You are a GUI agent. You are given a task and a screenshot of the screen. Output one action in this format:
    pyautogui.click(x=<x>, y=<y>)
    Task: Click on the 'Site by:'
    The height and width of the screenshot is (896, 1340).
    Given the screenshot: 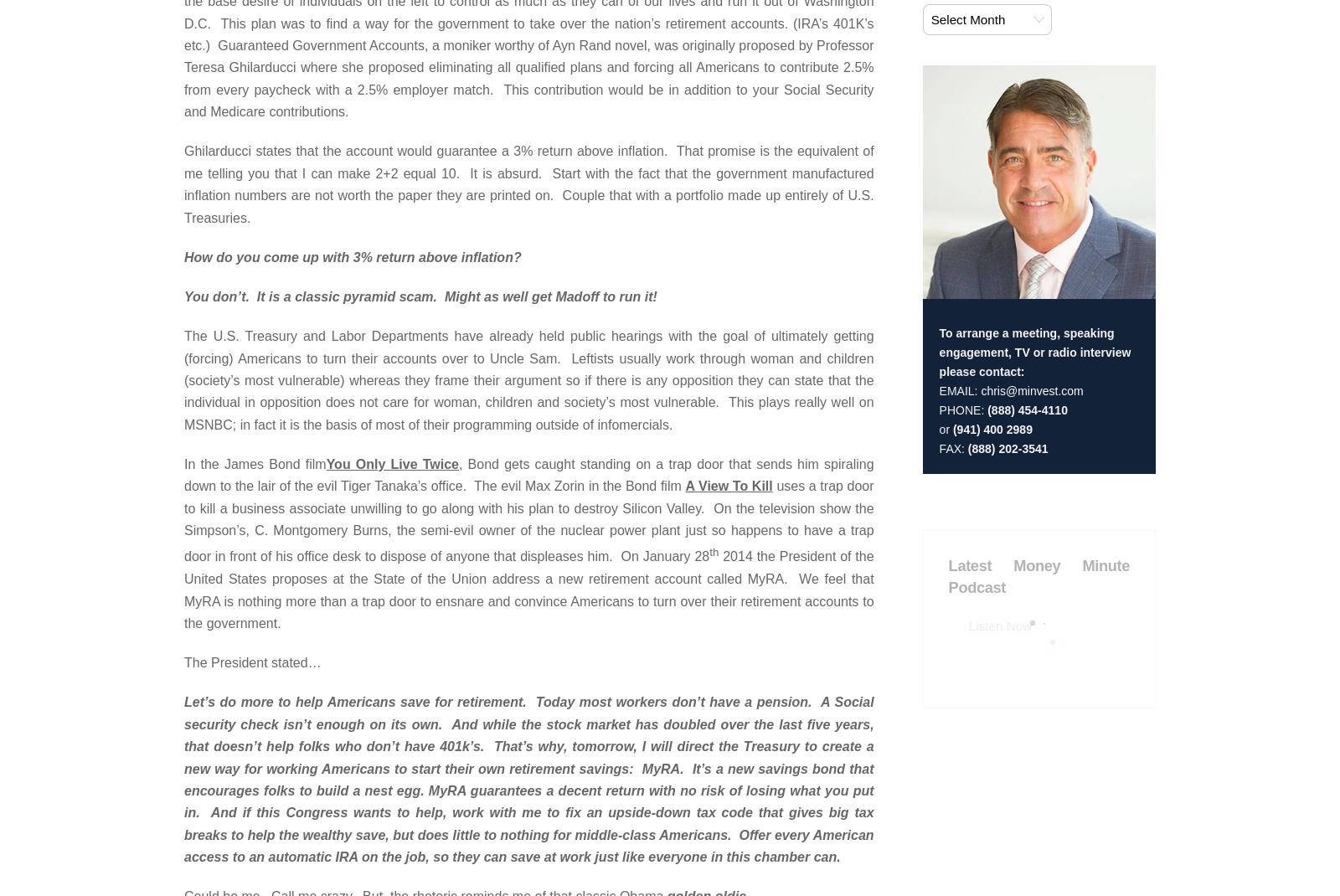 What is the action you would take?
    pyautogui.click(x=184, y=593)
    